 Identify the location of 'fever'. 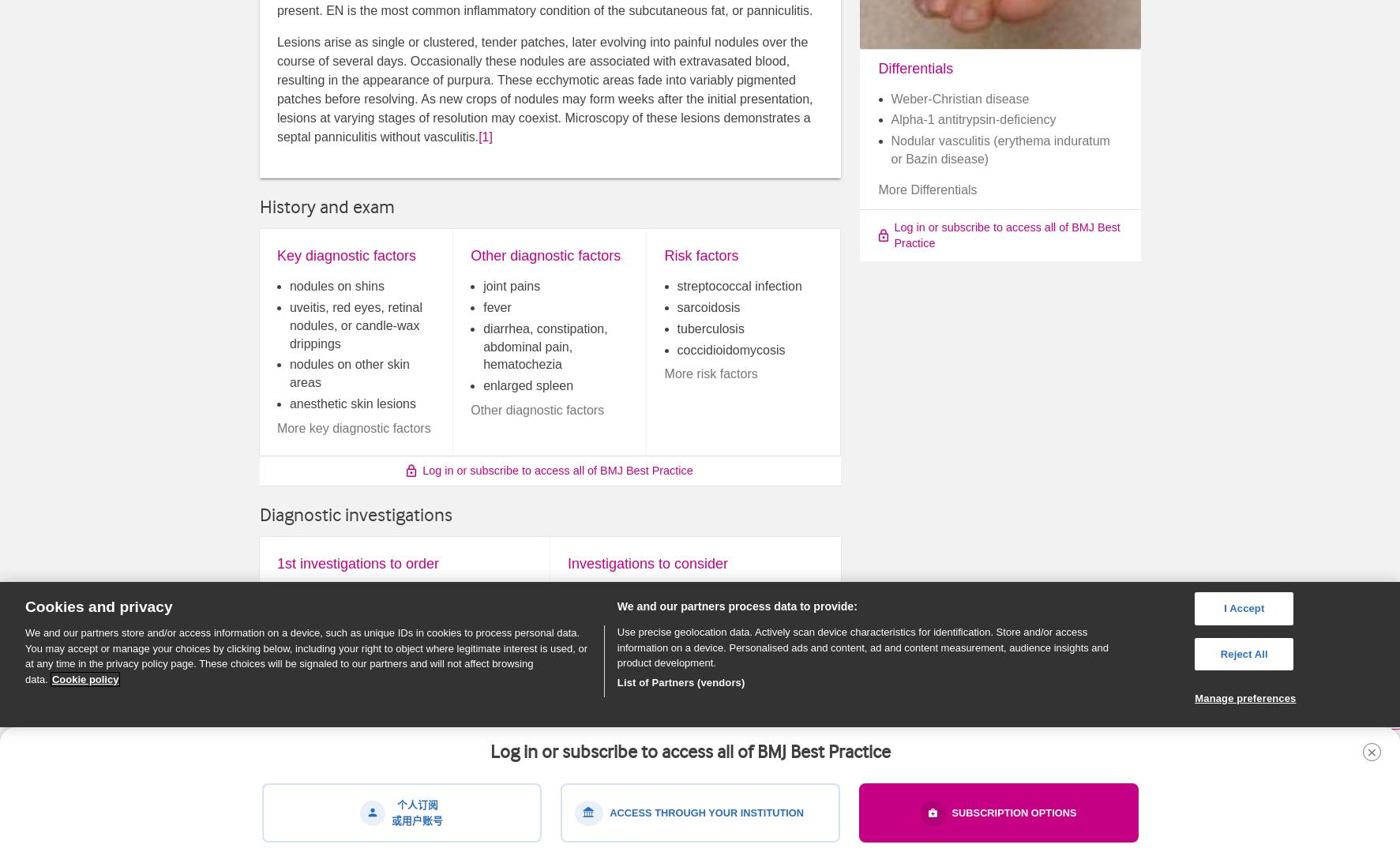
(496, 306).